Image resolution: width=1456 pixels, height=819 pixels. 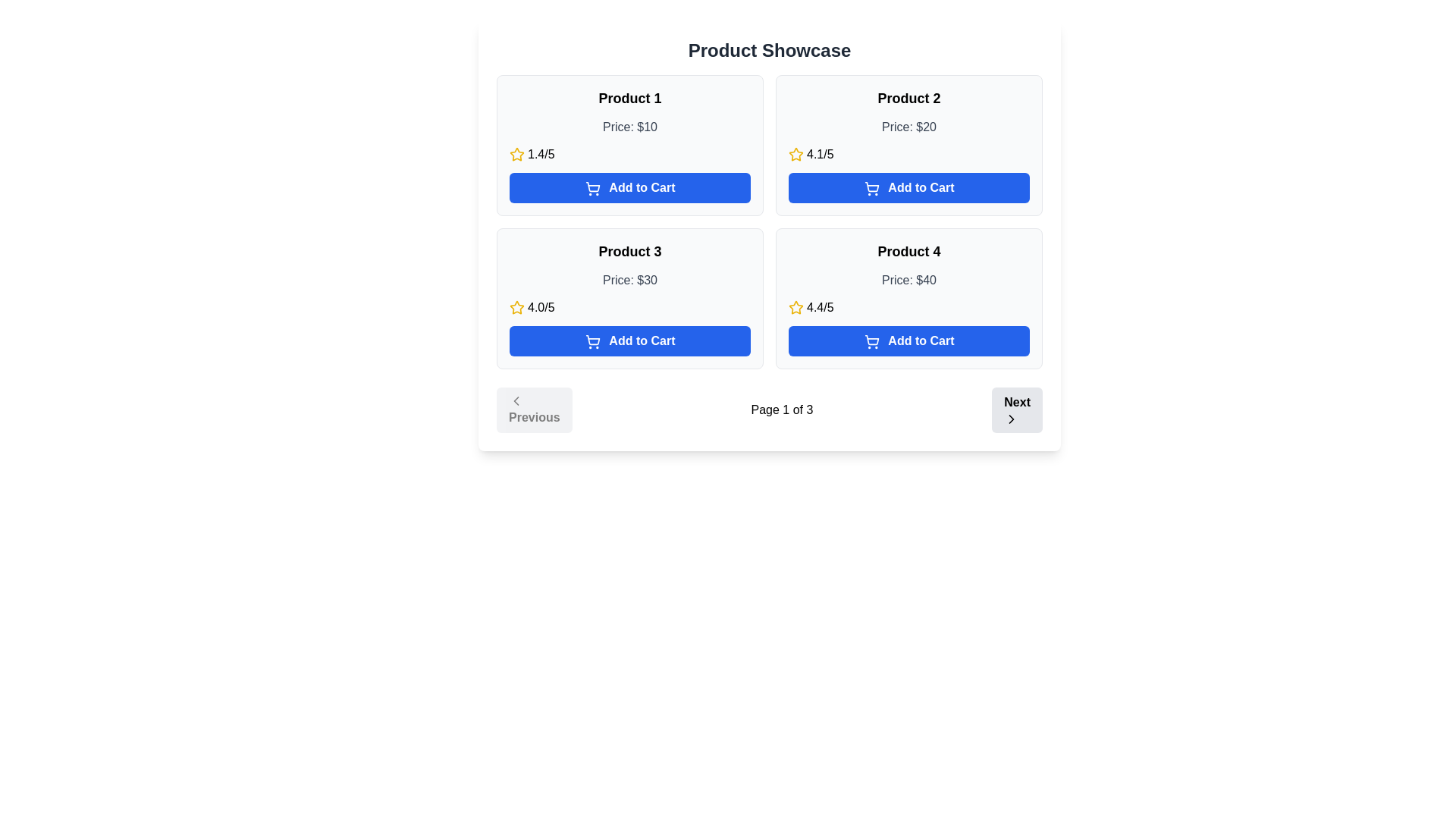 I want to click on the blue 'Add to Cart' button which contains the shopping cart icon, located under the 'Product 2' card in the second column of the product grid, so click(x=871, y=187).